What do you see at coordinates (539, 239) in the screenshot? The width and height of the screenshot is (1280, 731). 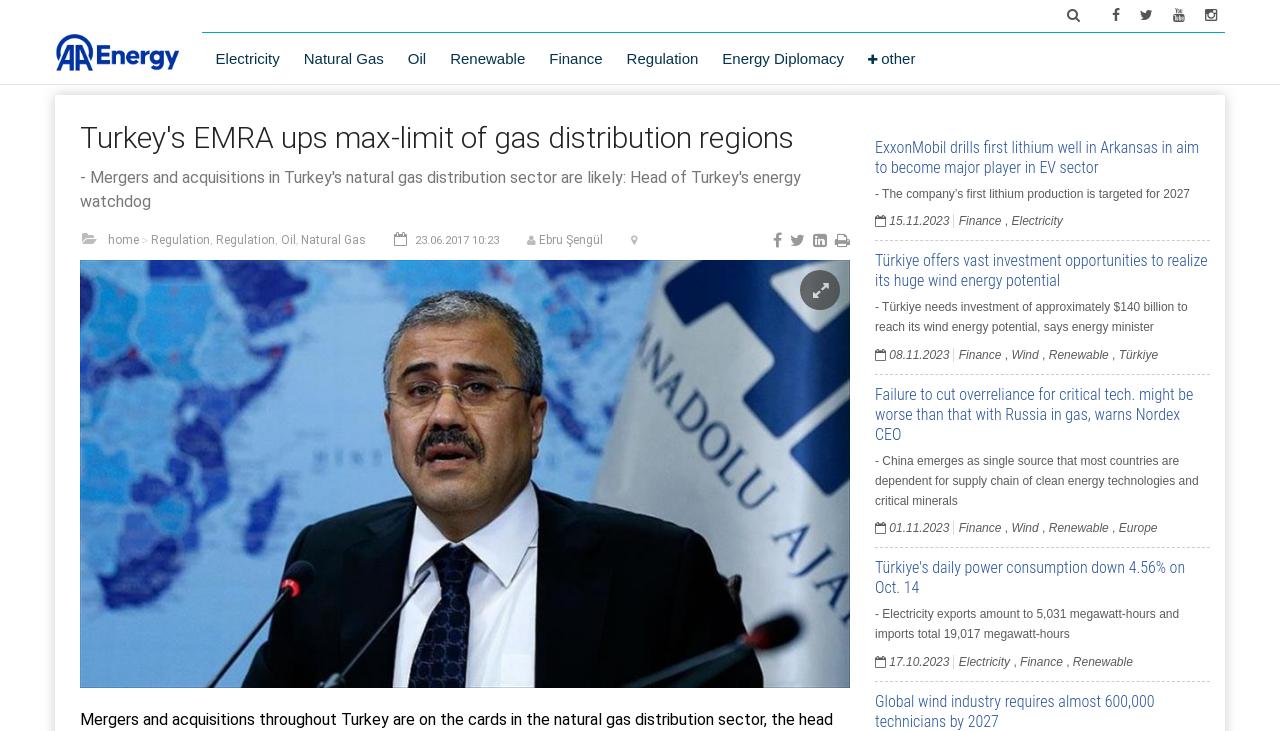 I see `'Ebru Şengül'` at bounding box center [539, 239].